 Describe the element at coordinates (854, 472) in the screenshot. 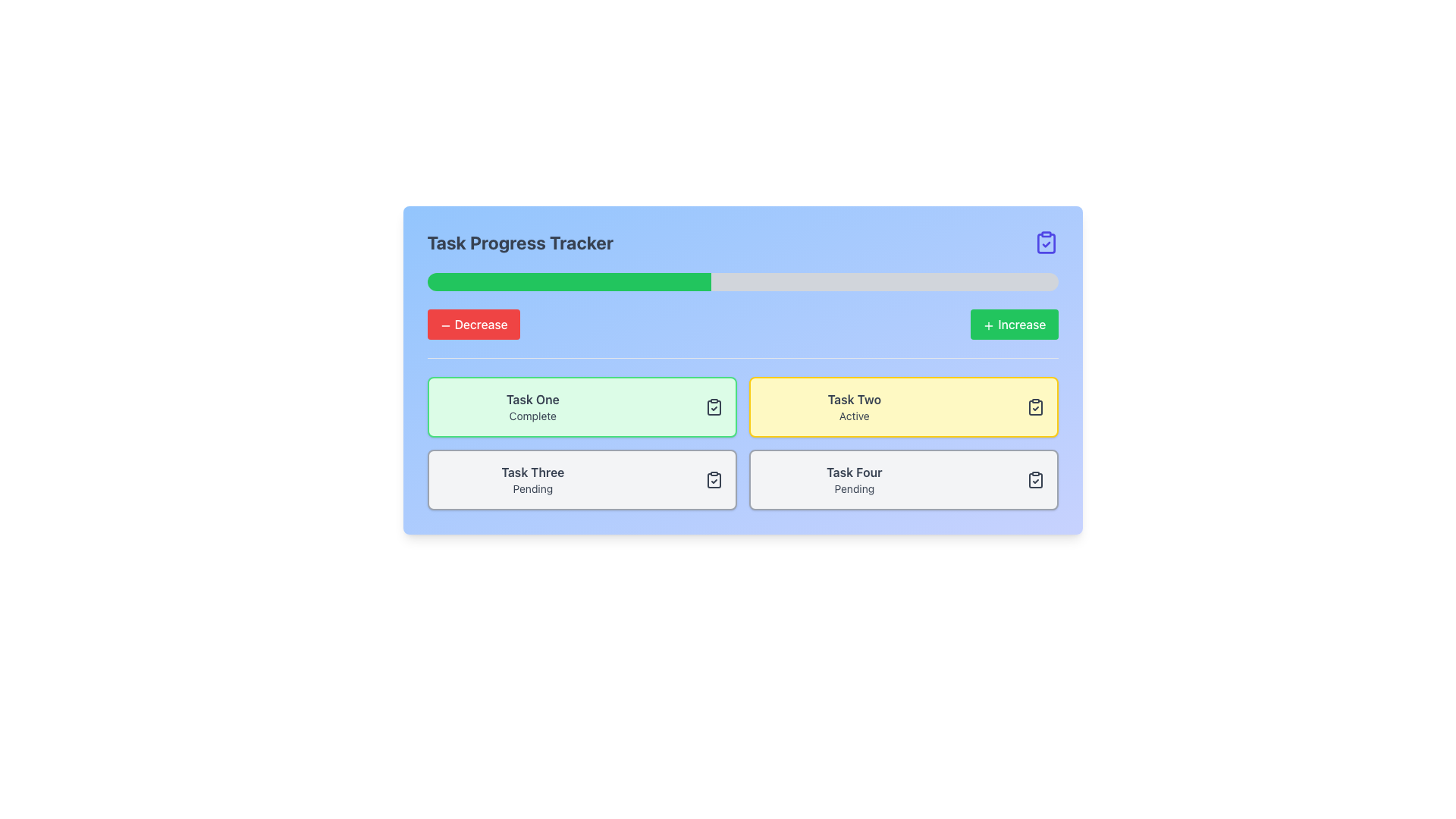

I see `the 'Task Four' text label, which is bold and dark on a light gray background, located in the bottom-right corner of the grid layout` at that location.